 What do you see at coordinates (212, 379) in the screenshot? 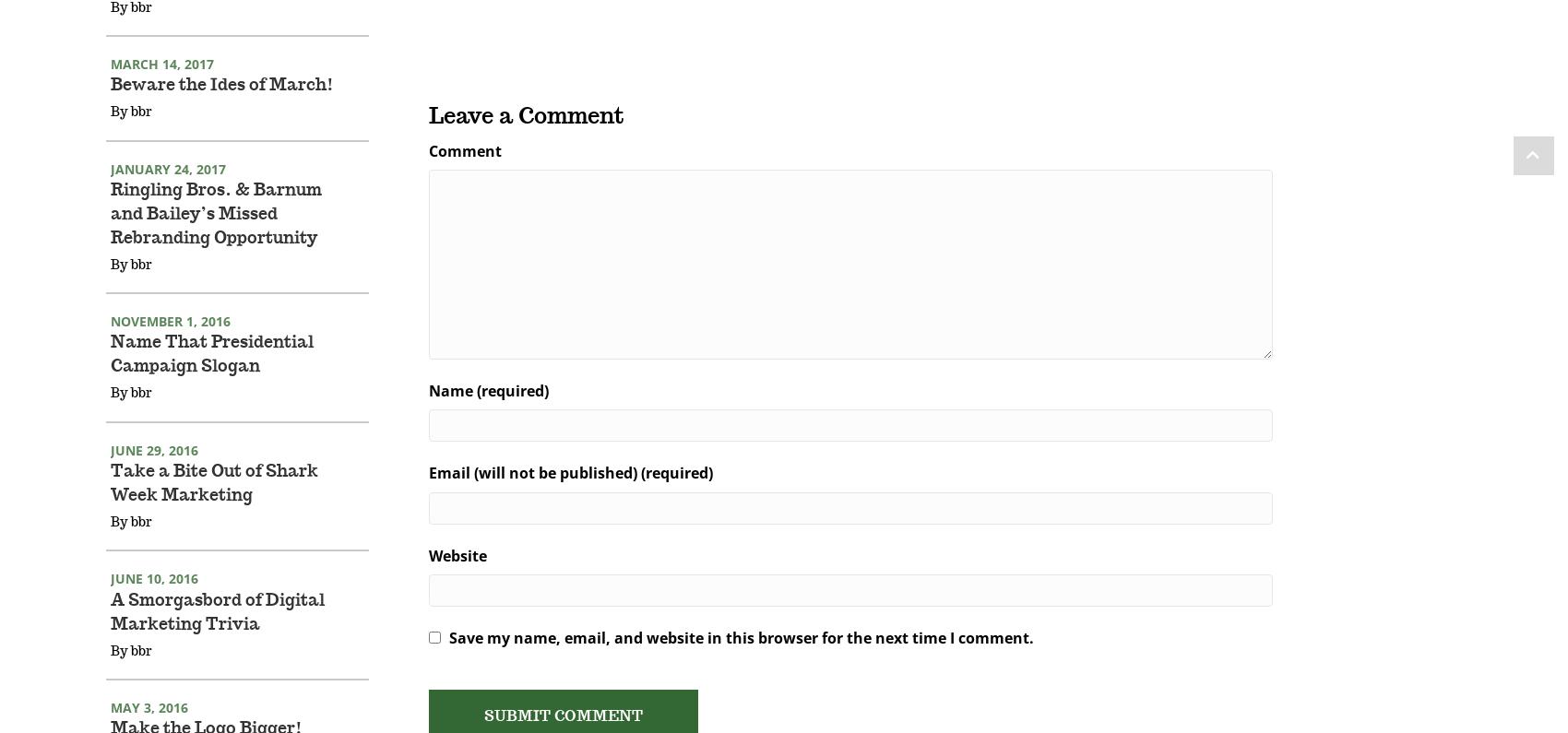
I see `'Name That Presidential Campaign Slogan'` at bounding box center [212, 379].